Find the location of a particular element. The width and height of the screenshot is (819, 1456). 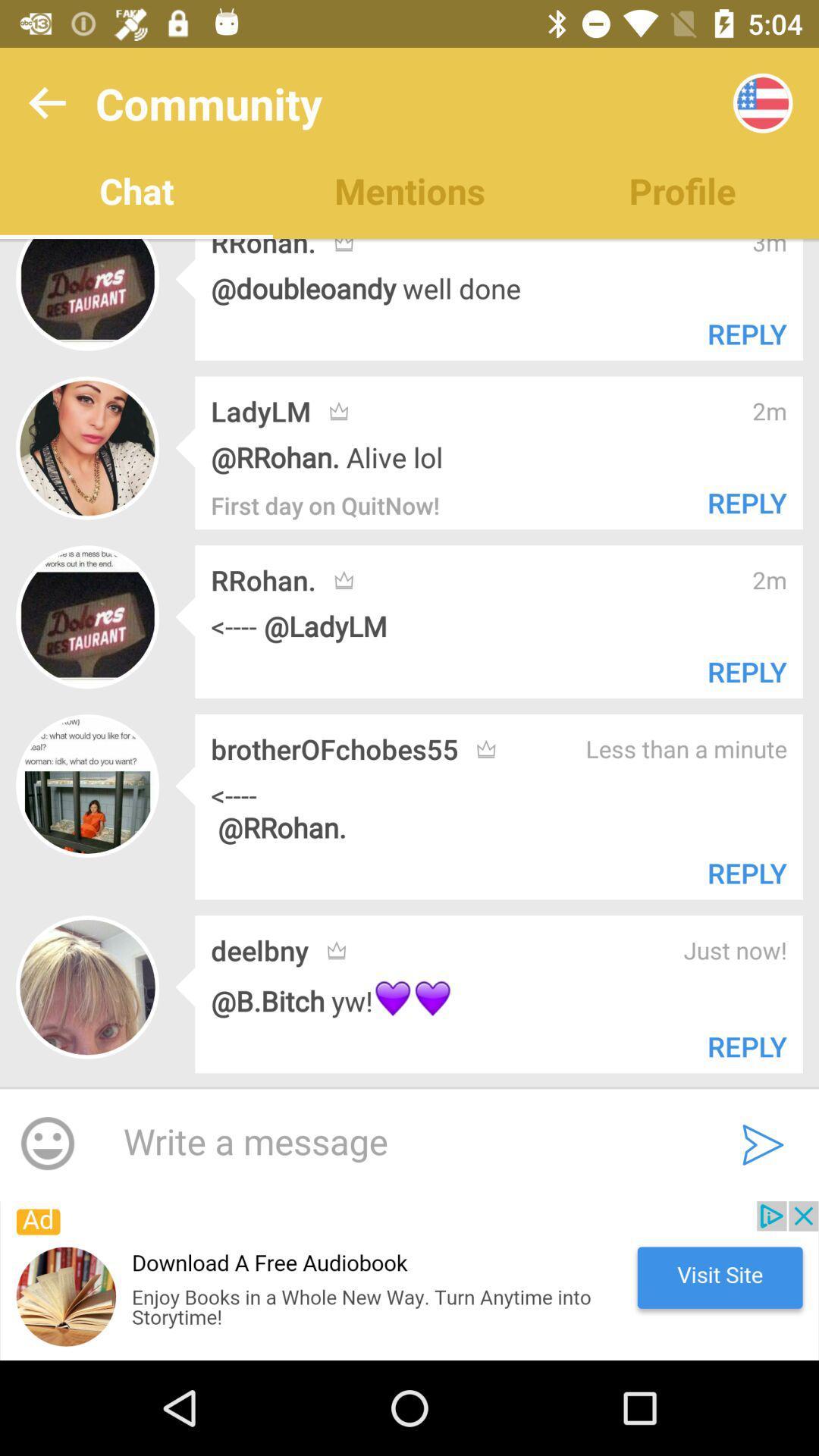

typing page is located at coordinates (400, 1143).